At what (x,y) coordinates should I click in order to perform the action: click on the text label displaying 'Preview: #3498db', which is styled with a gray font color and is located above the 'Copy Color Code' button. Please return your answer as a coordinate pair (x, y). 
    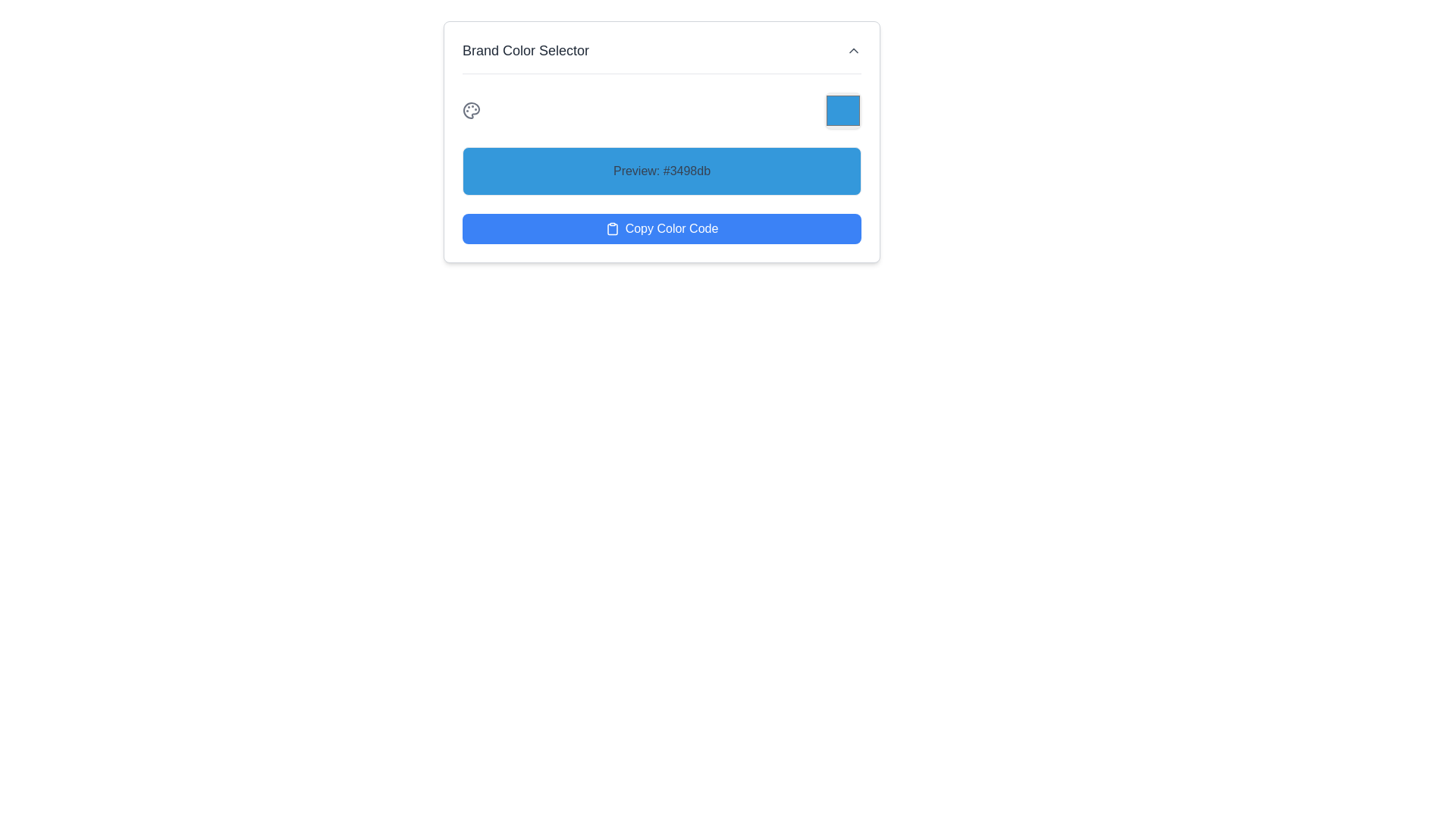
    Looking at the image, I should click on (662, 171).